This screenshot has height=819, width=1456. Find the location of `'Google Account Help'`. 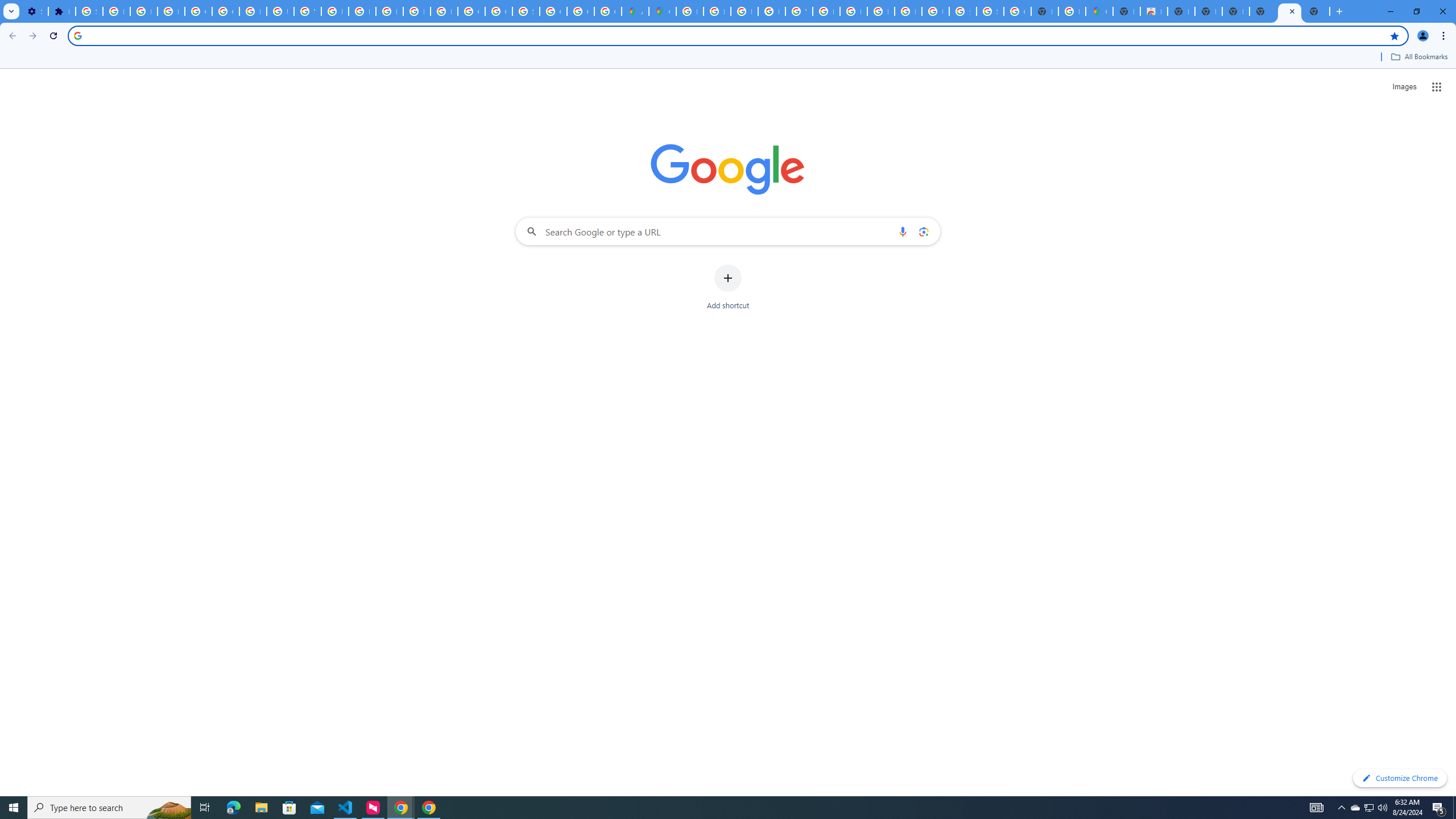

'Google Account Help' is located at coordinates (225, 11).